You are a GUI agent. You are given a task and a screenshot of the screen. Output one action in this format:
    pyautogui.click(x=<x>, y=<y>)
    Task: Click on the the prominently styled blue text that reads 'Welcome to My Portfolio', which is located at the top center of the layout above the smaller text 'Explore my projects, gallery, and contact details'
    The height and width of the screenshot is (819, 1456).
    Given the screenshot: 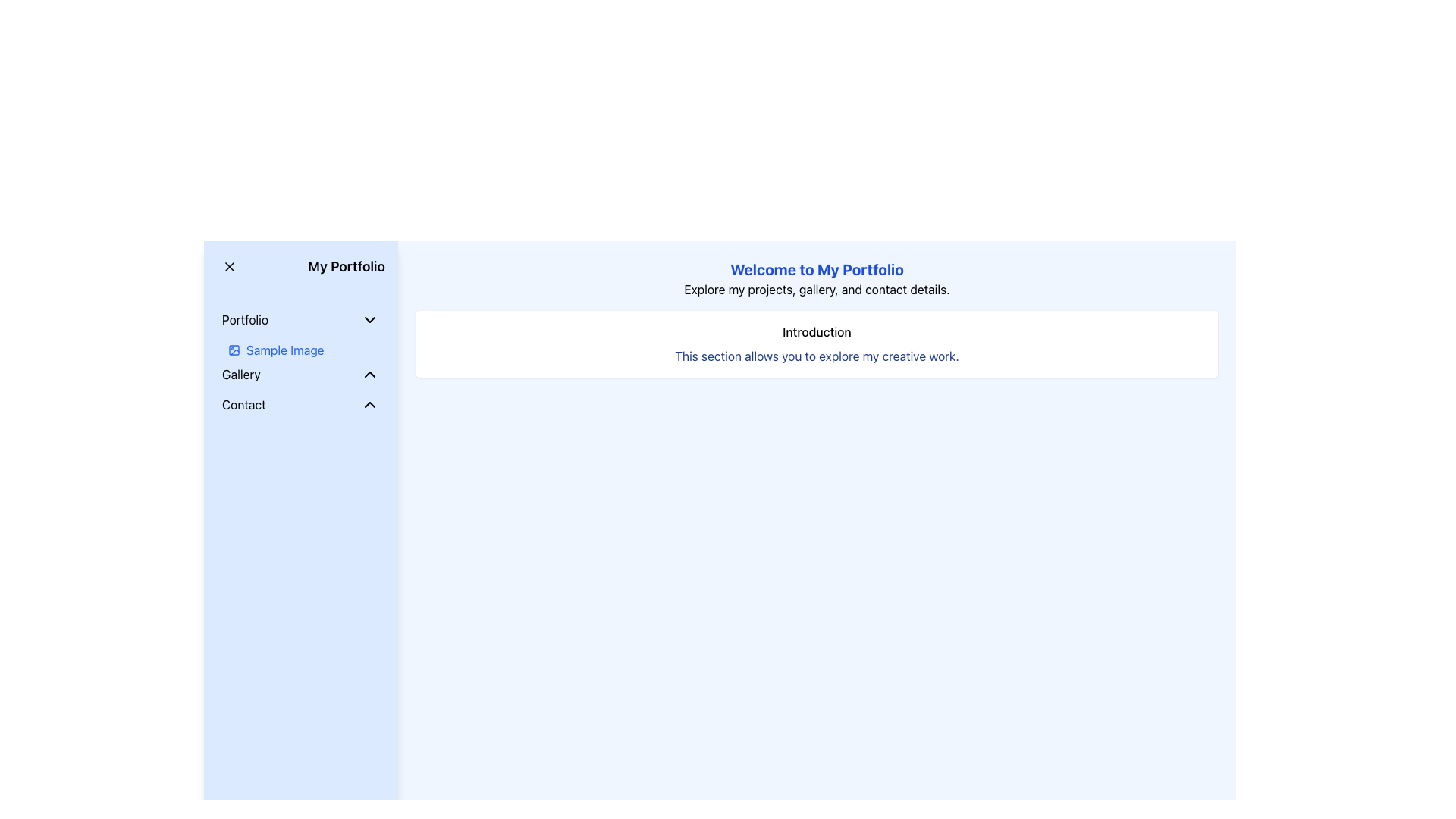 What is the action you would take?
    pyautogui.click(x=816, y=268)
    